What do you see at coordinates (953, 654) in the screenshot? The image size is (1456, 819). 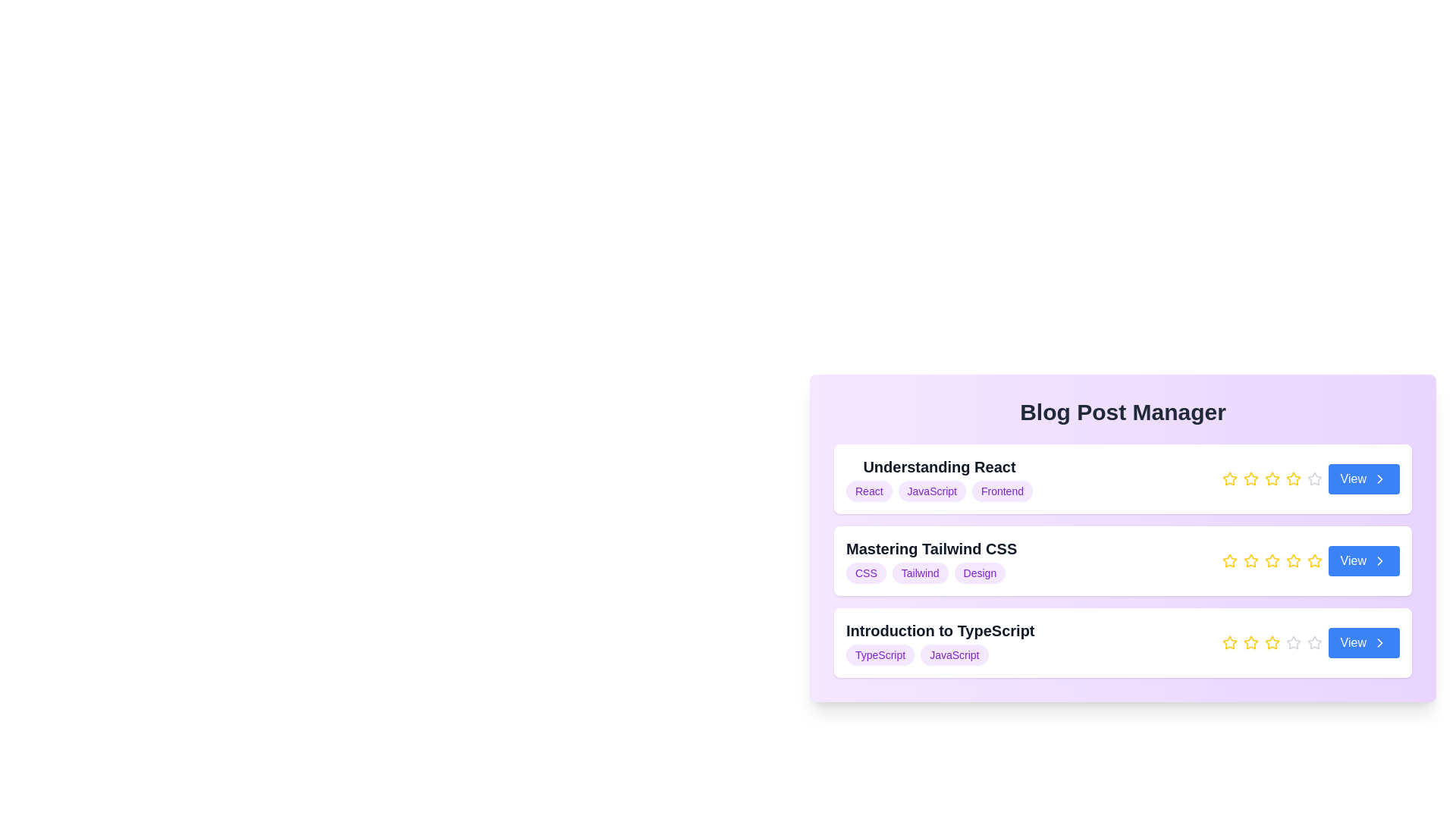 I see `the label or tag component indicating the category or technology associated with the blog post, located at the bottom right of the list item titled 'Introduction to TypeScript.'` at bounding box center [953, 654].